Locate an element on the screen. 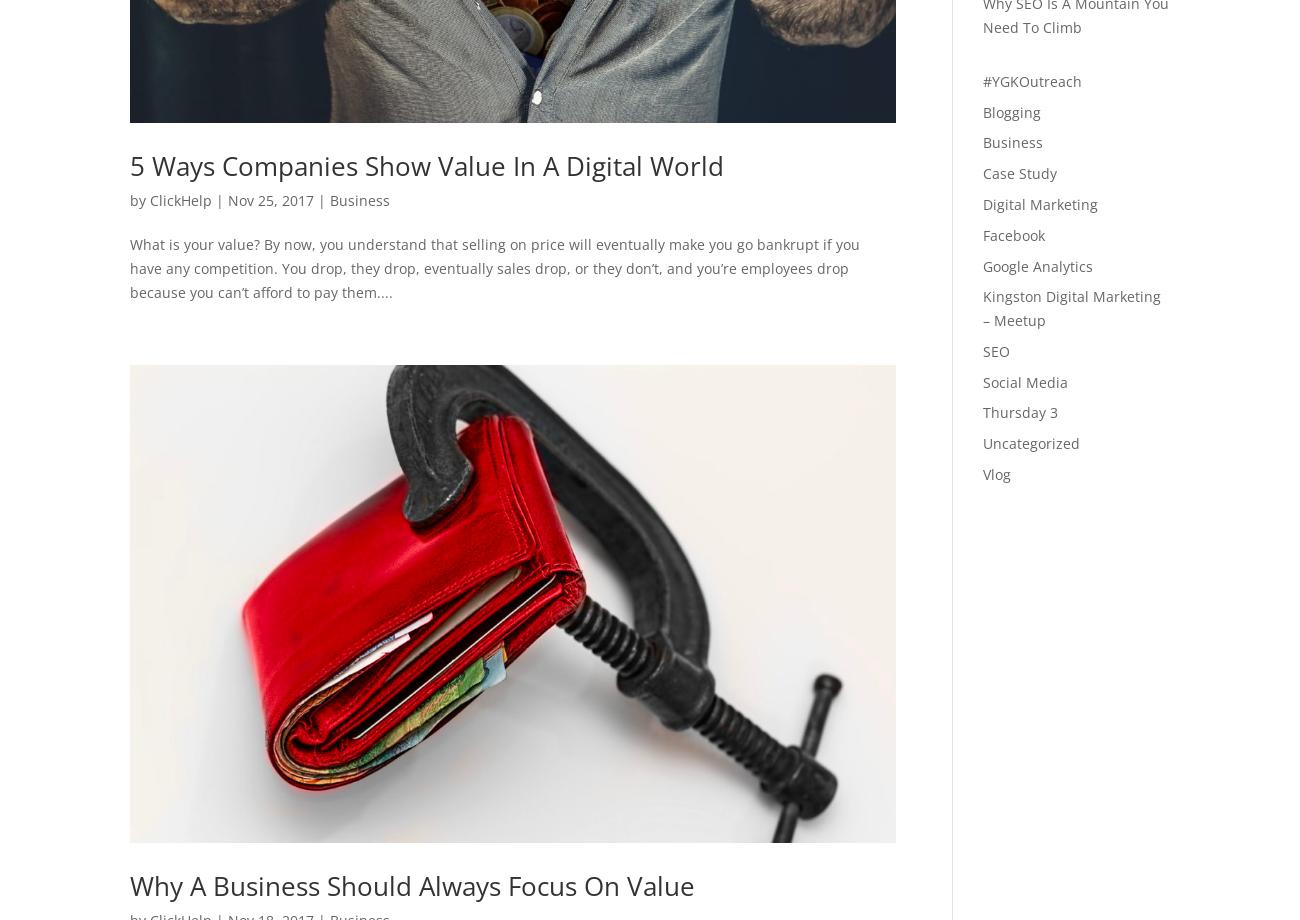 This screenshot has width=1300, height=920. 'Facebook' is located at coordinates (1011, 234).